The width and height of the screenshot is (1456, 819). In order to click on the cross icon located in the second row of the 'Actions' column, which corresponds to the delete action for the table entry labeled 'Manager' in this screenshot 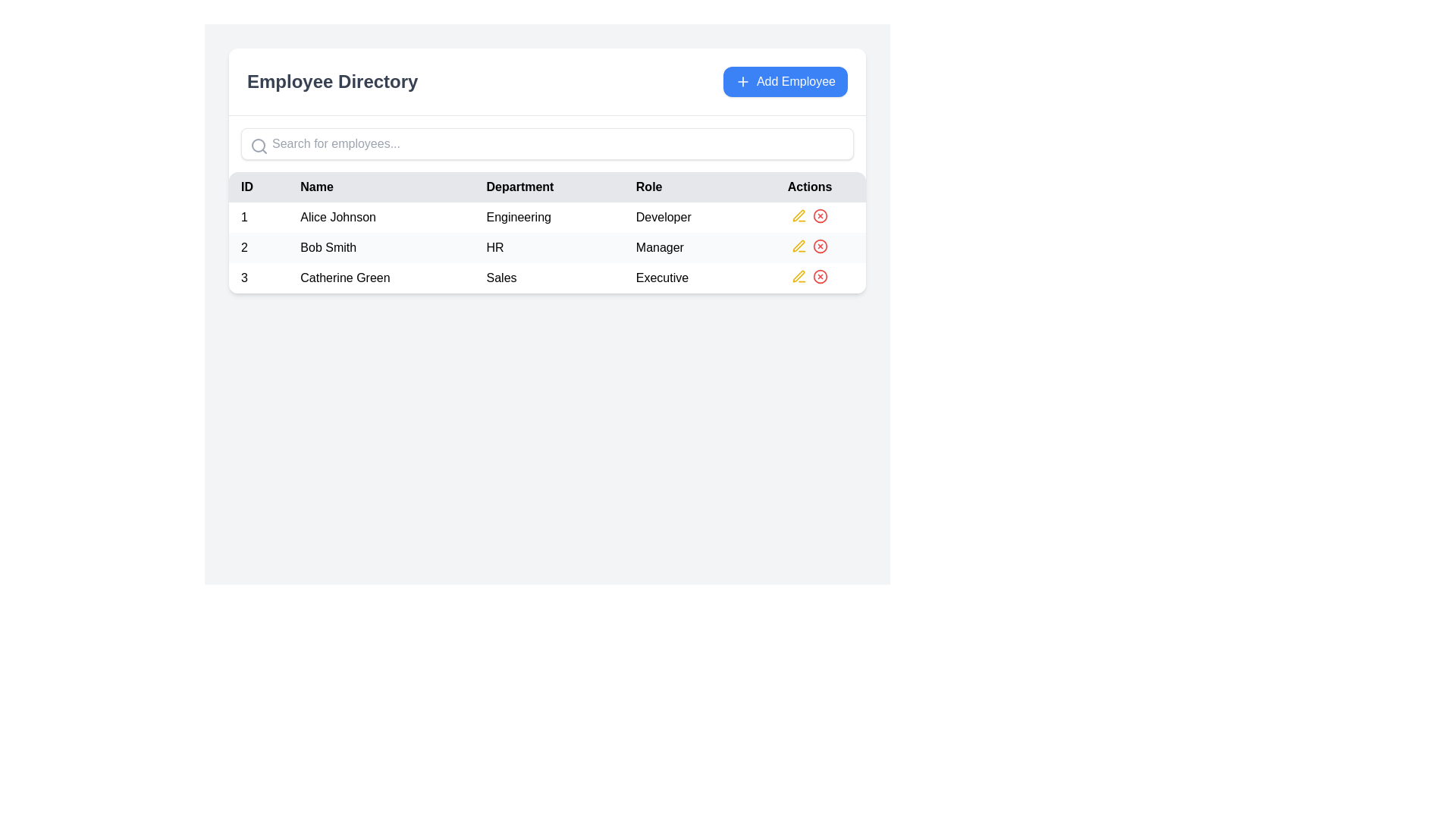, I will do `click(809, 245)`.